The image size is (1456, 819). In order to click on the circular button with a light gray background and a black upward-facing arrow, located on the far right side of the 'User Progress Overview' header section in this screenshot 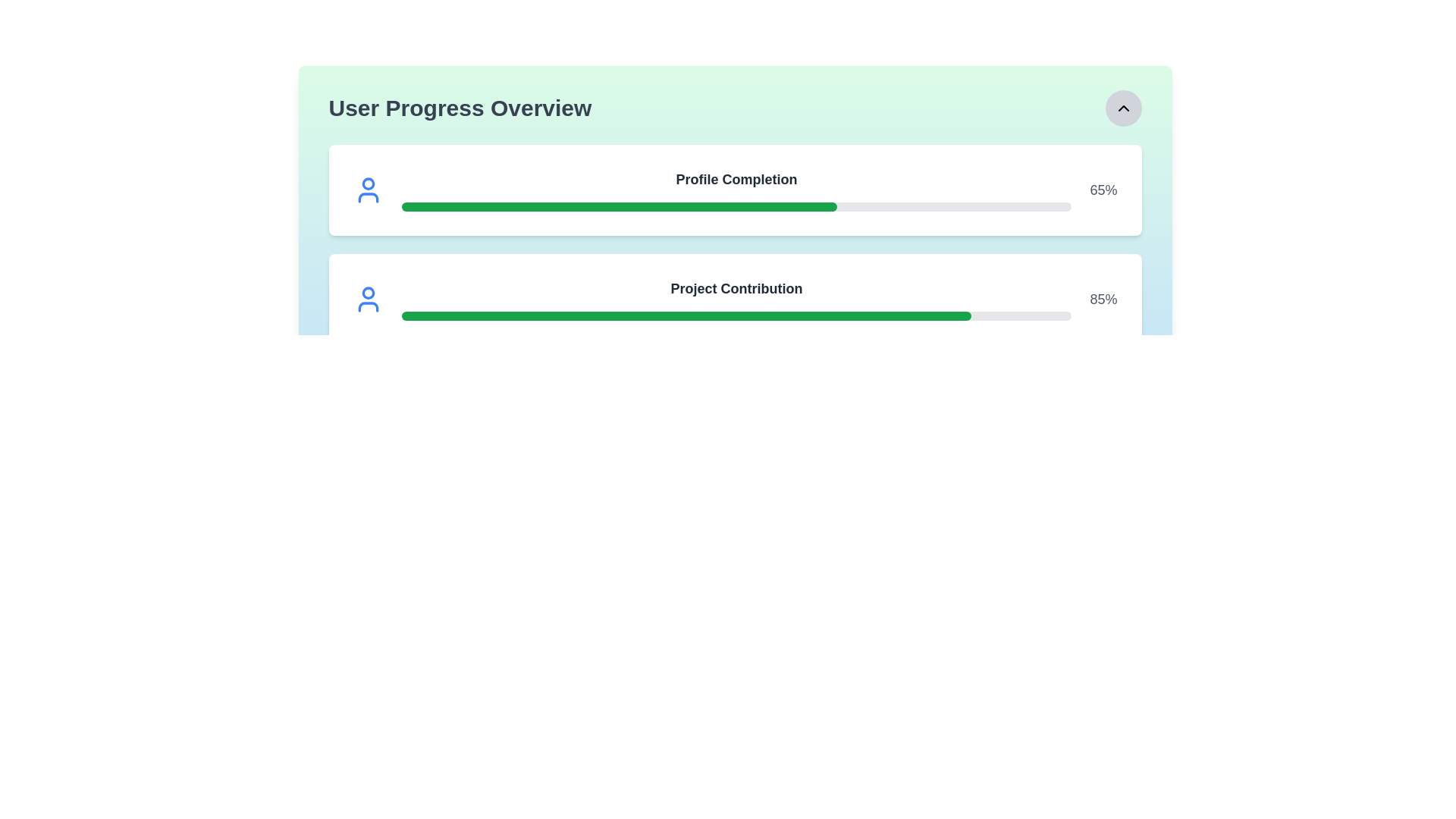, I will do `click(1123, 107)`.